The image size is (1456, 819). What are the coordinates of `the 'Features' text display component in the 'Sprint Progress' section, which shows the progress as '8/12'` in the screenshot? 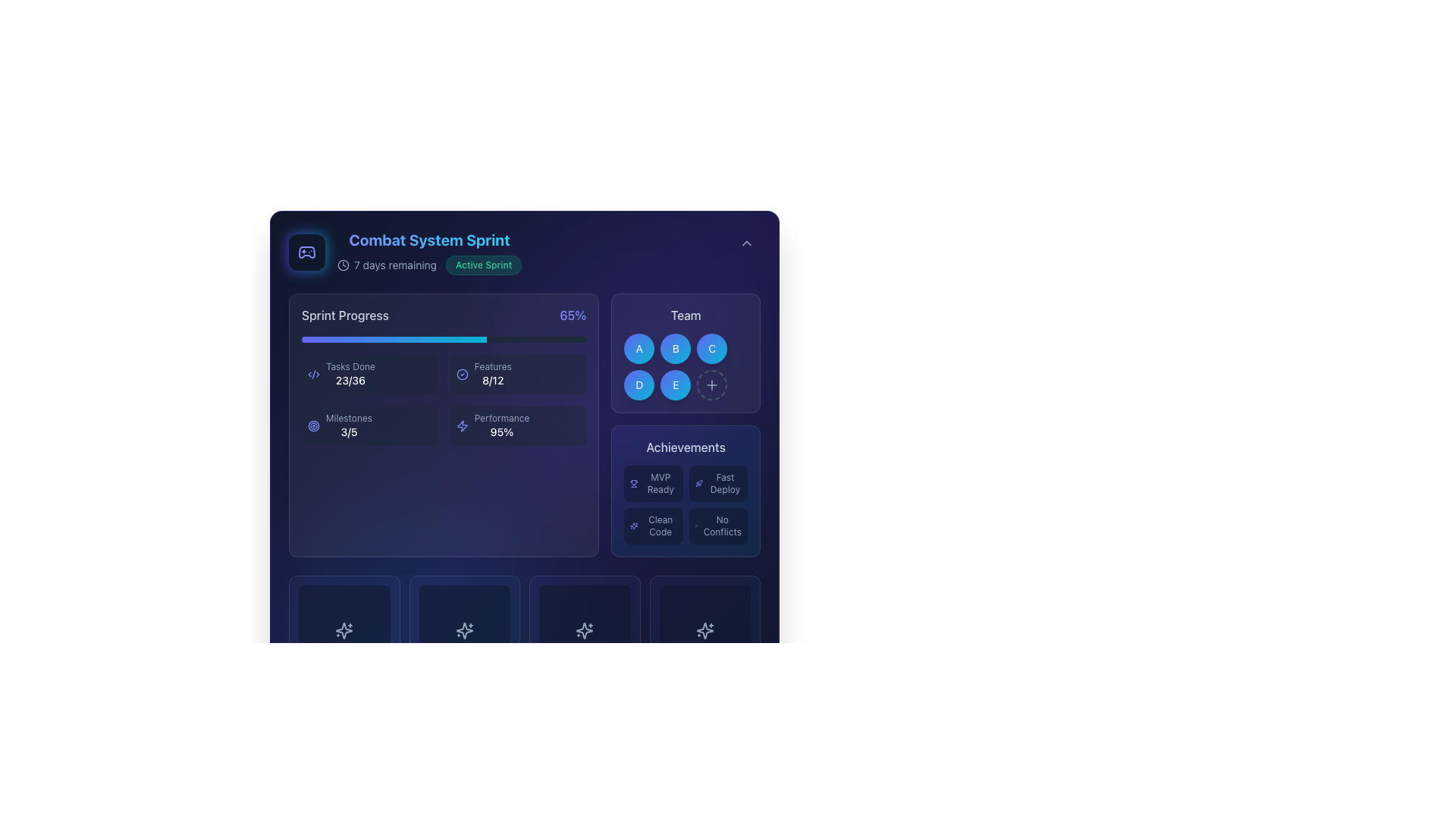 It's located at (493, 374).